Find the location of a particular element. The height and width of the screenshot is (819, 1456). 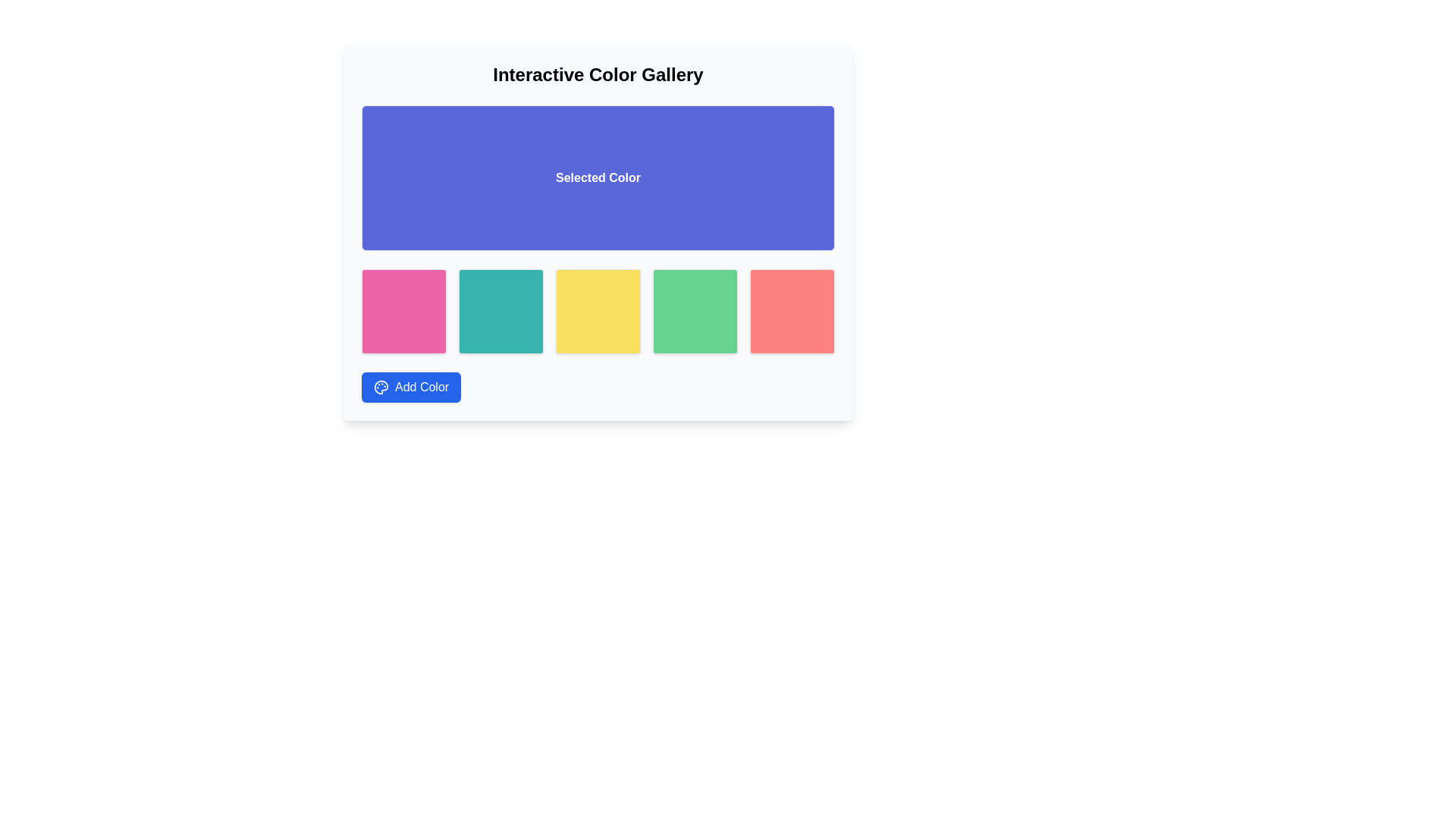

the first selectable color box with a pink background is located at coordinates (403, 311).